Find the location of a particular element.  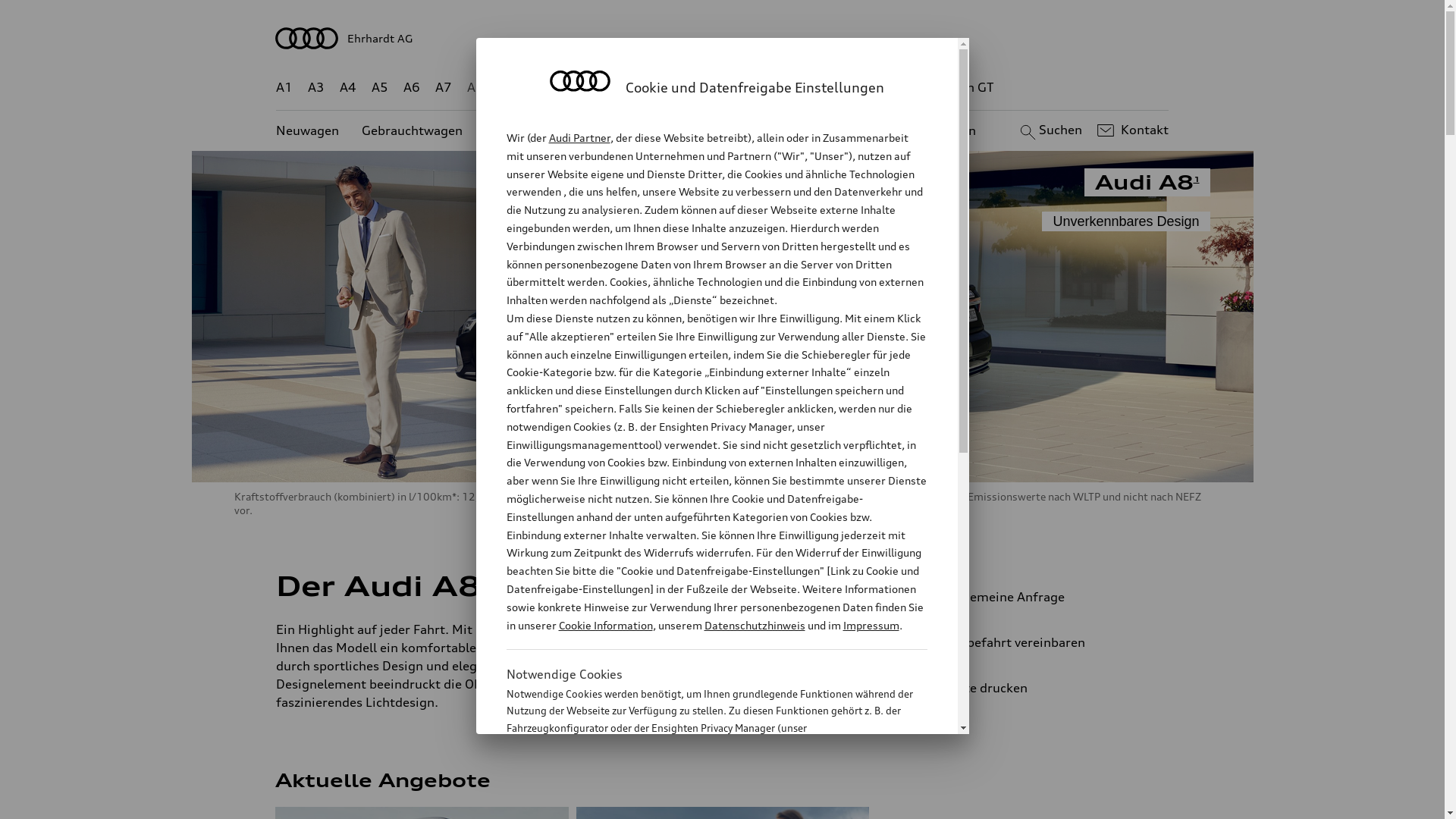

'g-tron' is located at coordinates (902, 87).